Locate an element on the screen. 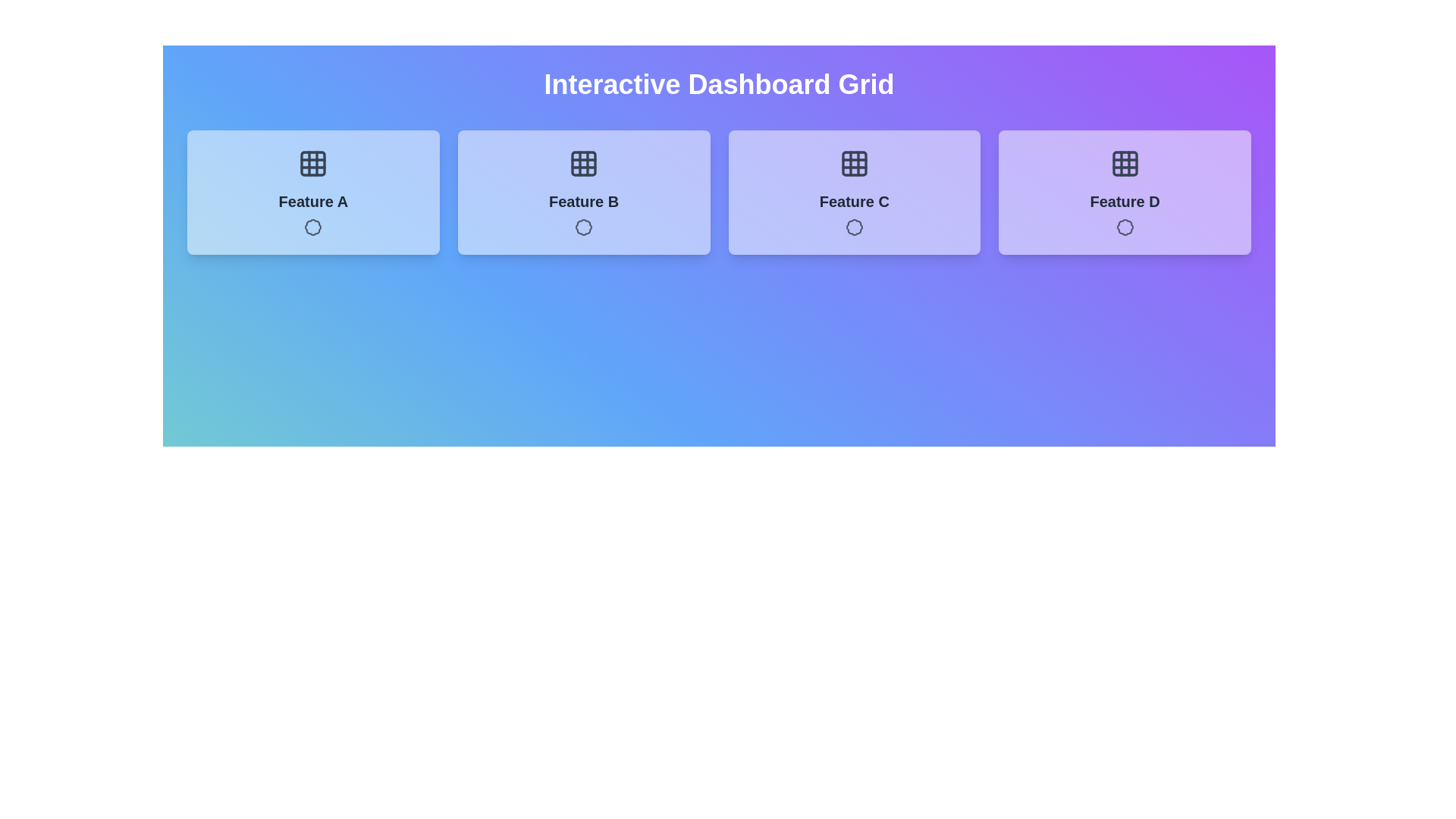  the circular graphic icon located below the label 'Feature C' to interact with it is located at coordinates (854, 227).